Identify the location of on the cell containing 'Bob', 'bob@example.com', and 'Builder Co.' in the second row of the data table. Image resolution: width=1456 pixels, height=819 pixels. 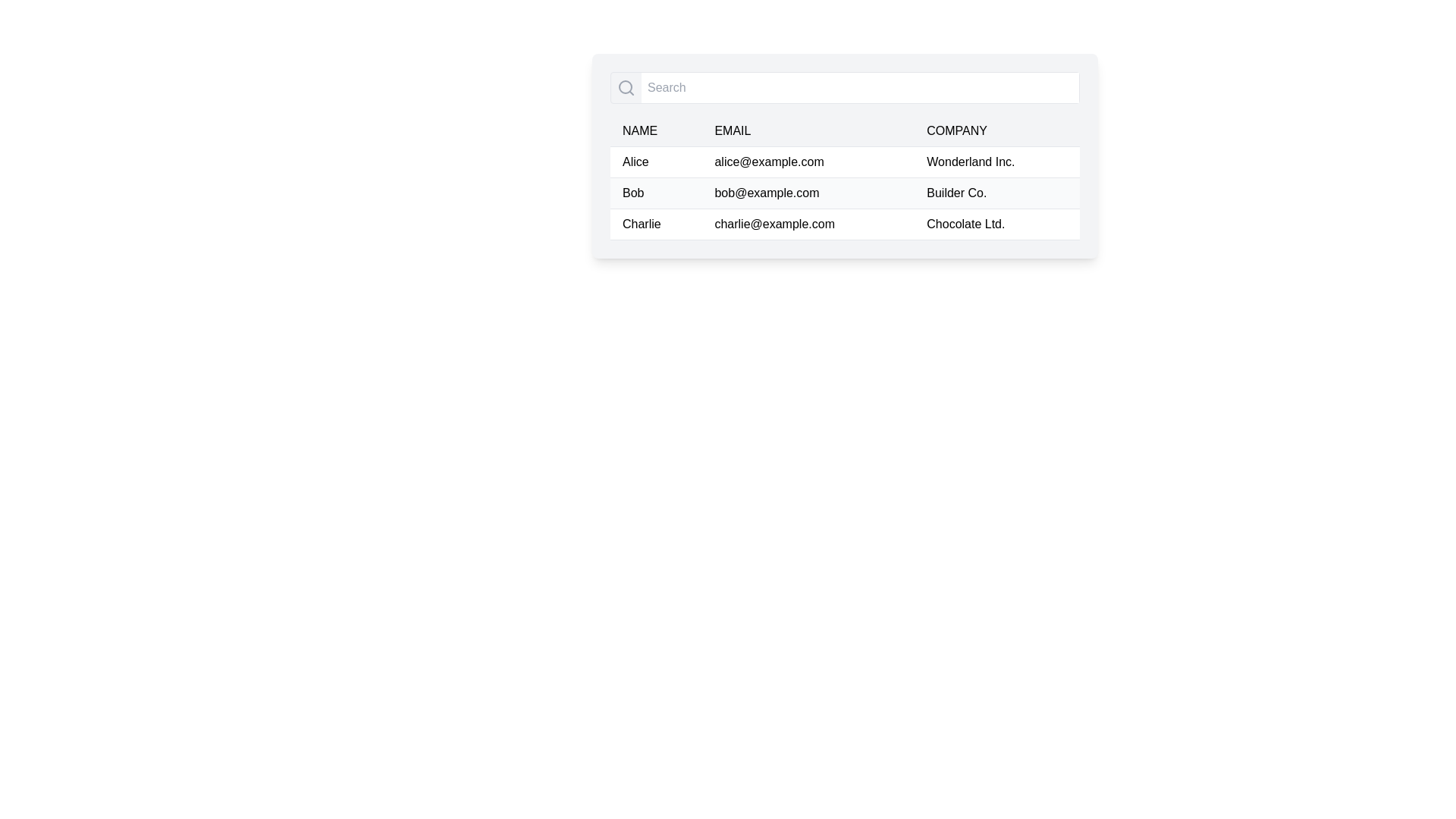
(844, 192).